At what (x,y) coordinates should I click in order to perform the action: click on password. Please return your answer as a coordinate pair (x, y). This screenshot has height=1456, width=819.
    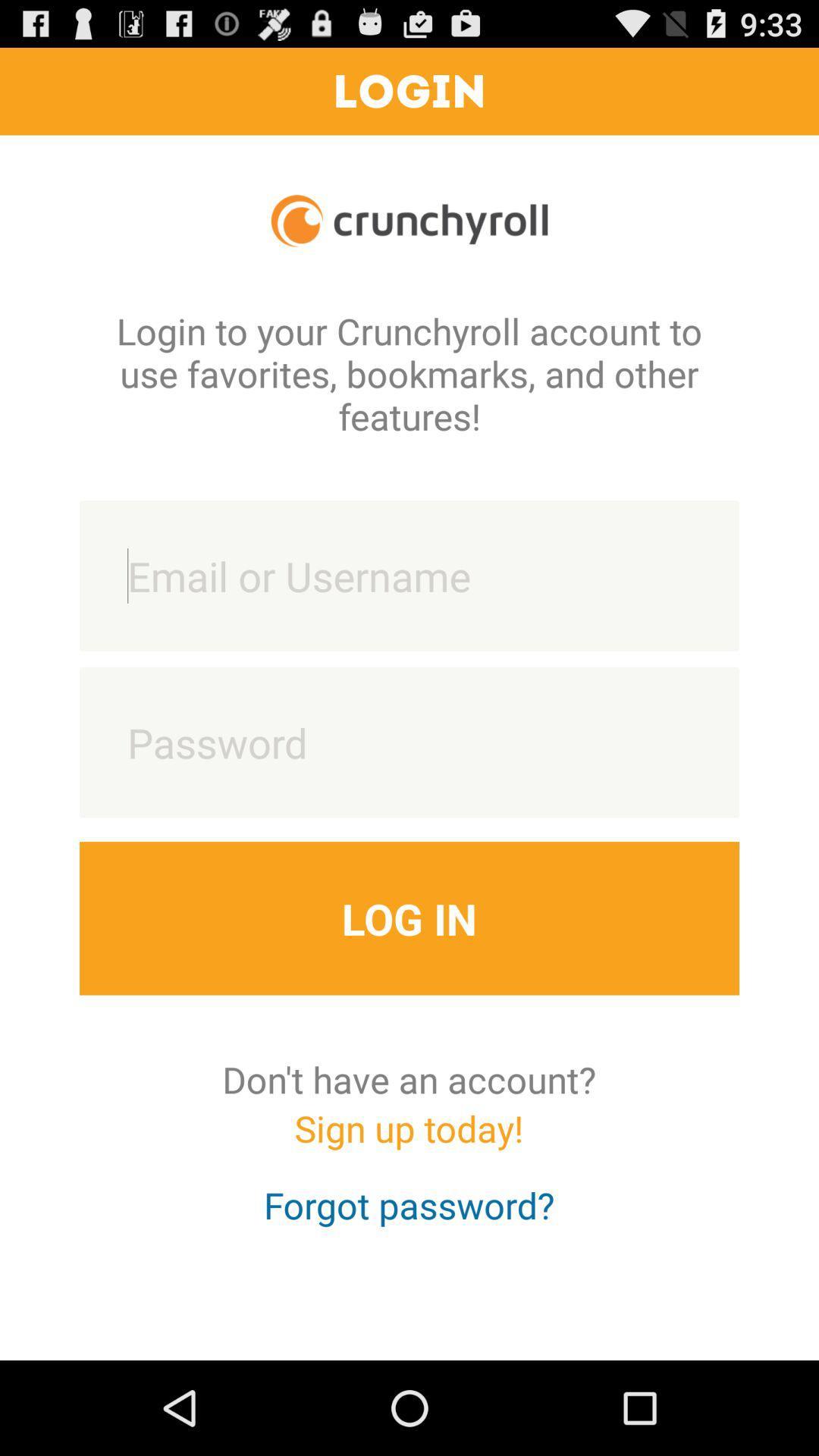
    Looking at the image, I should click on (409, 742).